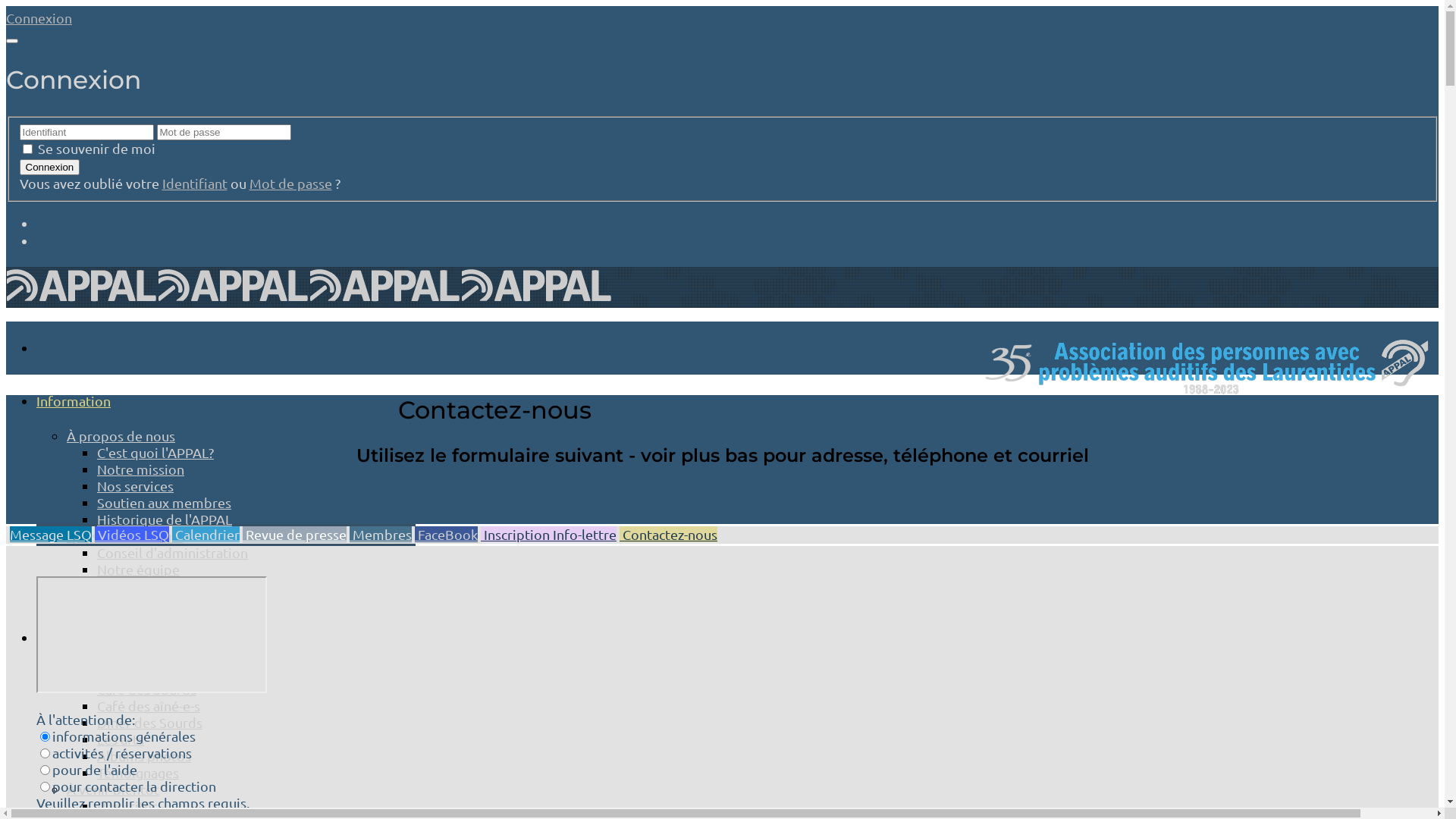 Image resolution: width=1456 pixels, height=819 pixels. Describe the element at coordinates (96, 502) in the screenshot. I see `'Soutien aux membres'` at that location.